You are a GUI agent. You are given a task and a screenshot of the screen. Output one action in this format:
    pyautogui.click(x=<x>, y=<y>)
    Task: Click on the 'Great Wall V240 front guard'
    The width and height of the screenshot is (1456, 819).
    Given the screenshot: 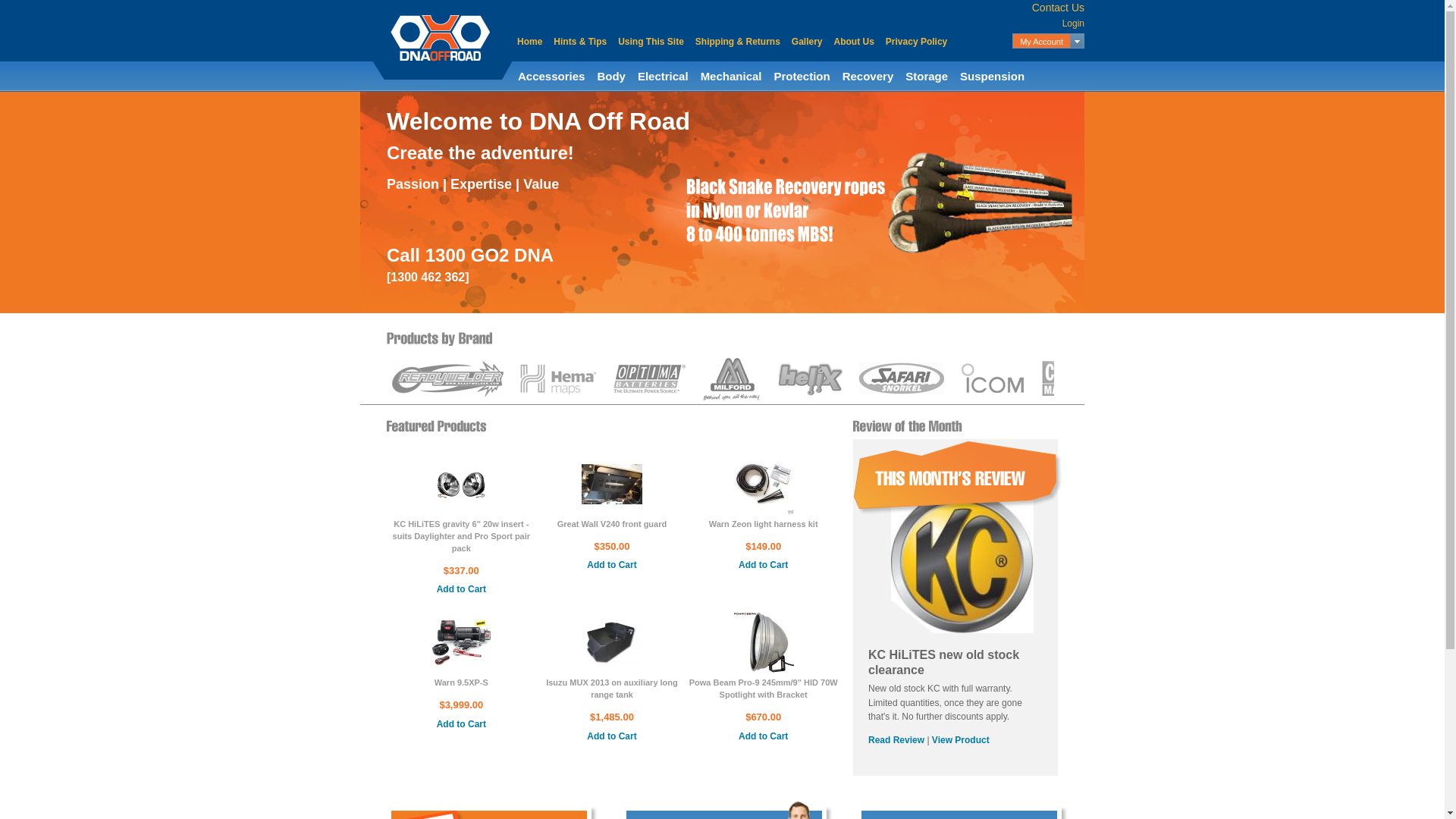 What is the action you would take?
    pyautogui.click(x=611, y=459)
    